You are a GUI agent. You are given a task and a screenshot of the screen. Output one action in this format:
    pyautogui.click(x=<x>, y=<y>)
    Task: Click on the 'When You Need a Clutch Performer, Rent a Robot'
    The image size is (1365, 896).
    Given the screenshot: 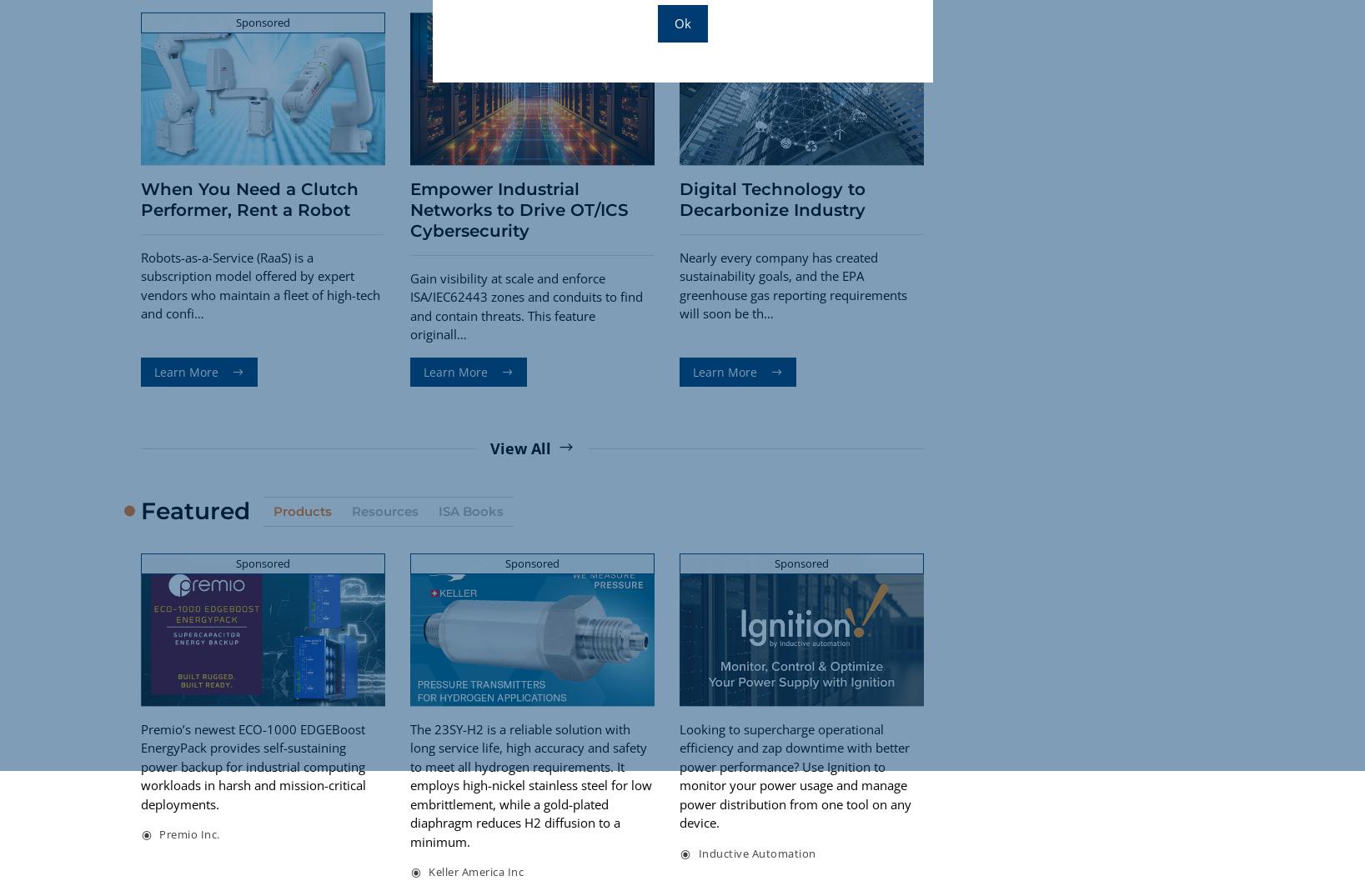 What is the action you would take?
    pyautogui.click(x=248, y=198)
    